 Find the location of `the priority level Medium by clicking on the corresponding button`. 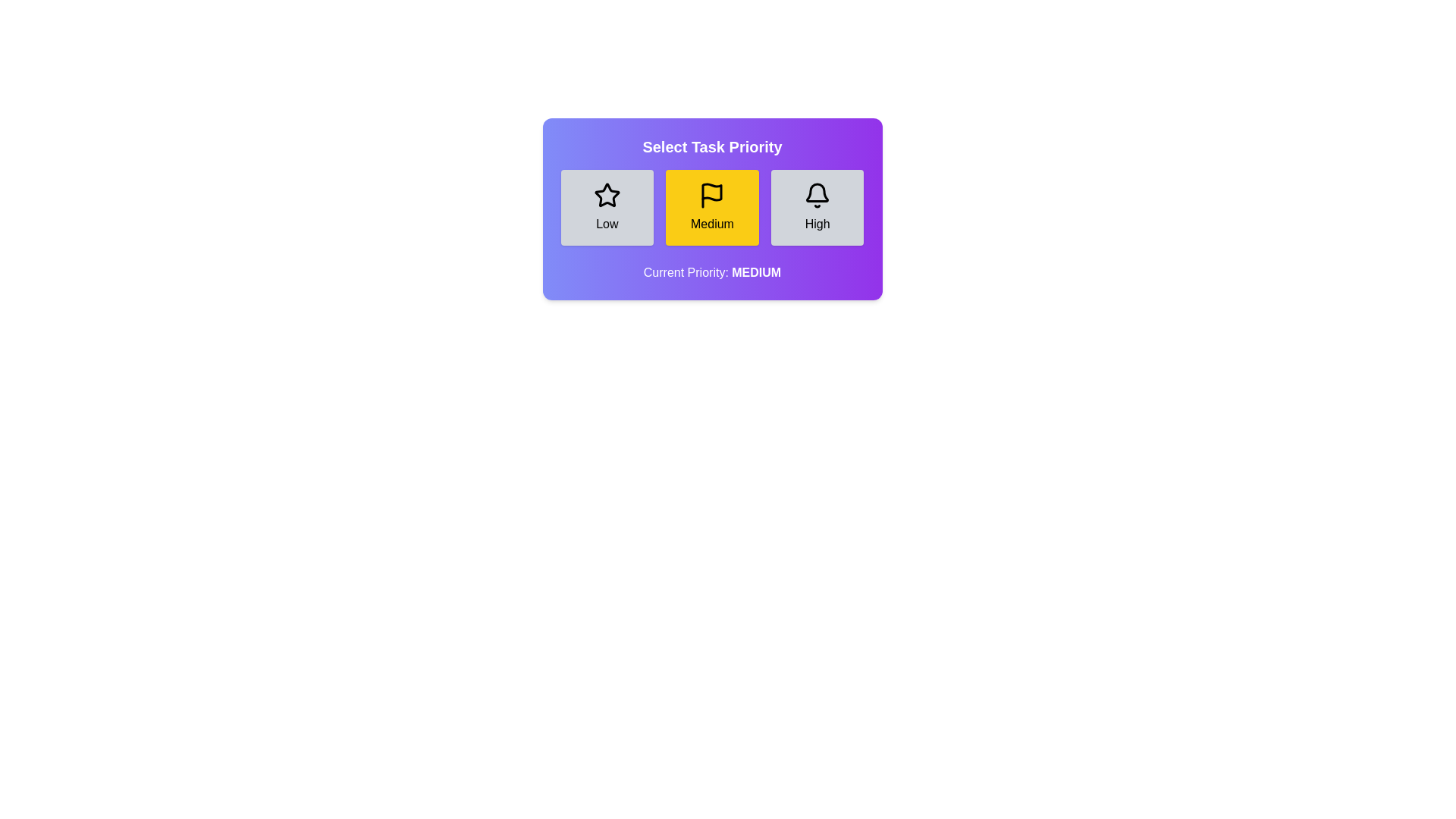

the priority level Medium by clicking on the corresponding button is located at coordinates (711, 207).